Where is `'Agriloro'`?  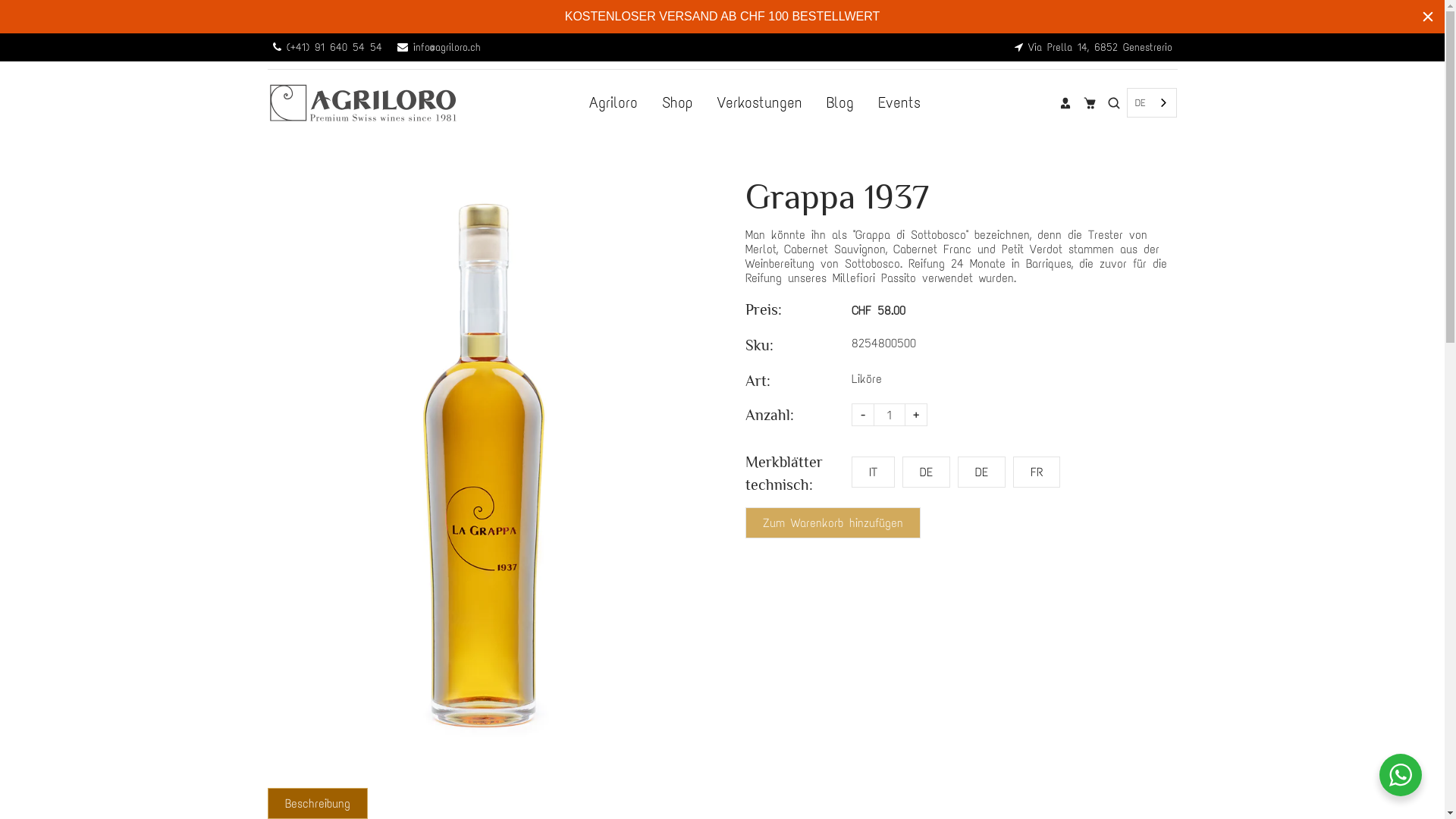 'Agriloro' is located at coordinates (613, 102).